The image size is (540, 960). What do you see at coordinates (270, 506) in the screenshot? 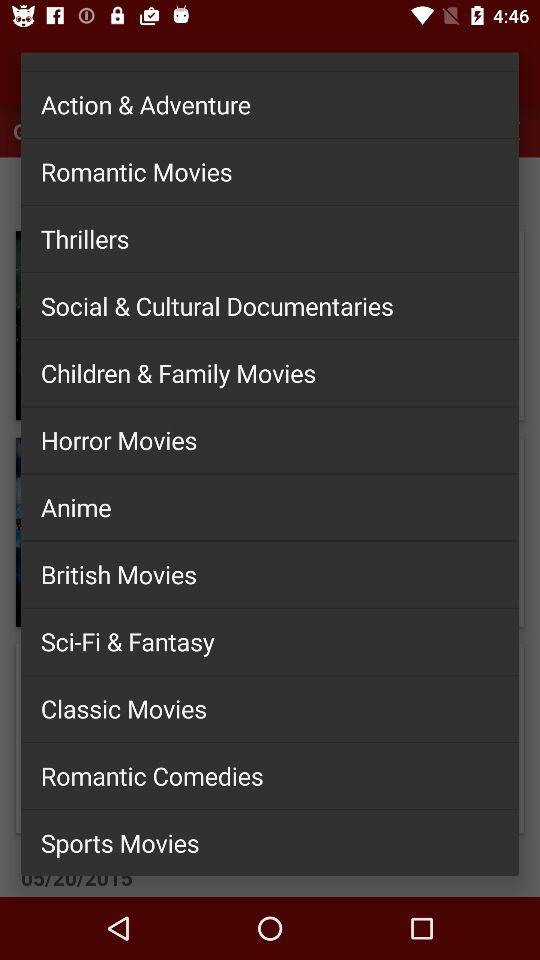
I see `the icon above the    british movies` at bounding box center [270, 506].